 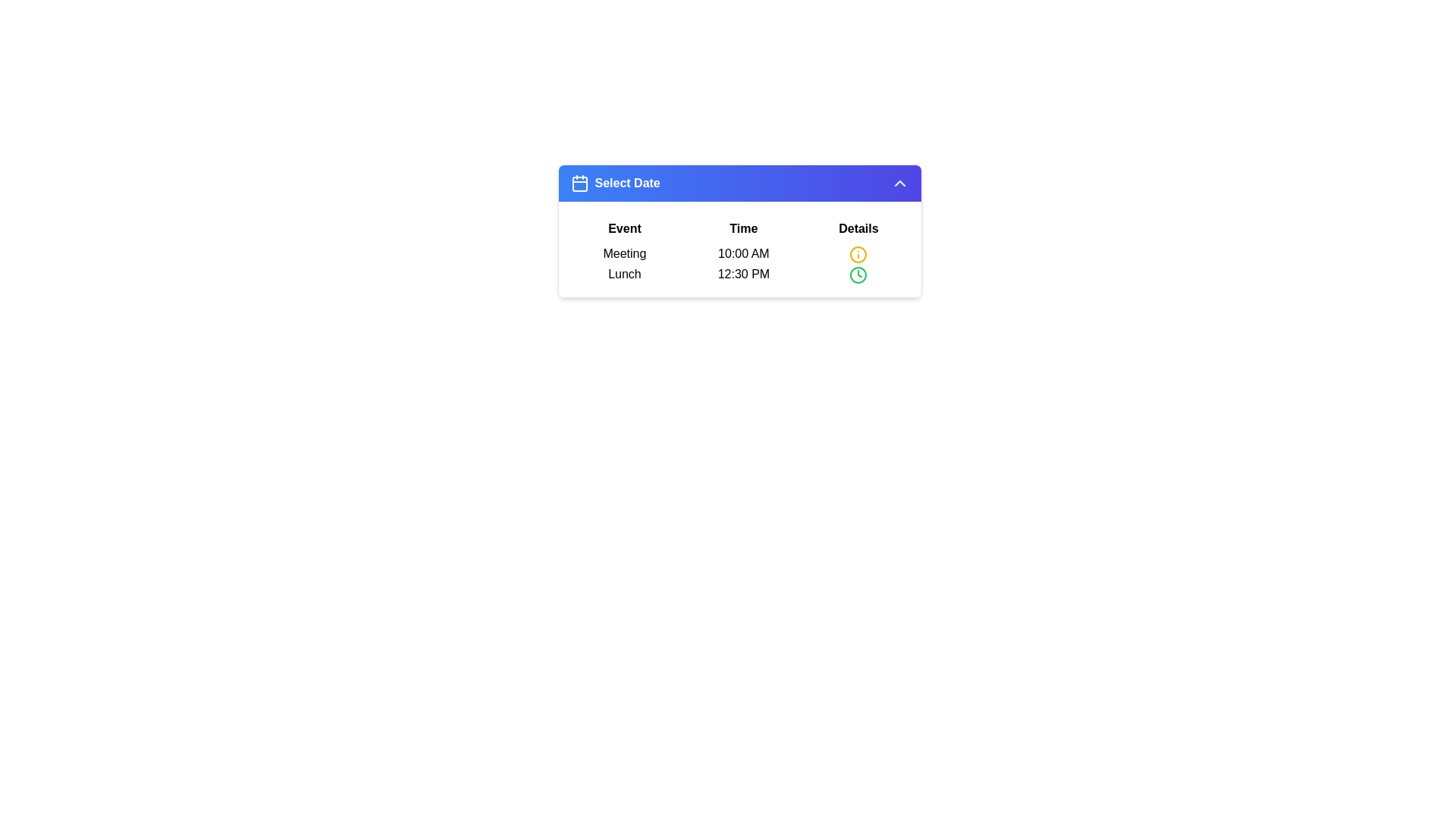 What do you see at coordinates (739, 231) in the screenshot?
I see `the text label in the table header that indicates time details for events, positioned centrally between 'Event' and 'Details'` at bounding box center [739, 231].